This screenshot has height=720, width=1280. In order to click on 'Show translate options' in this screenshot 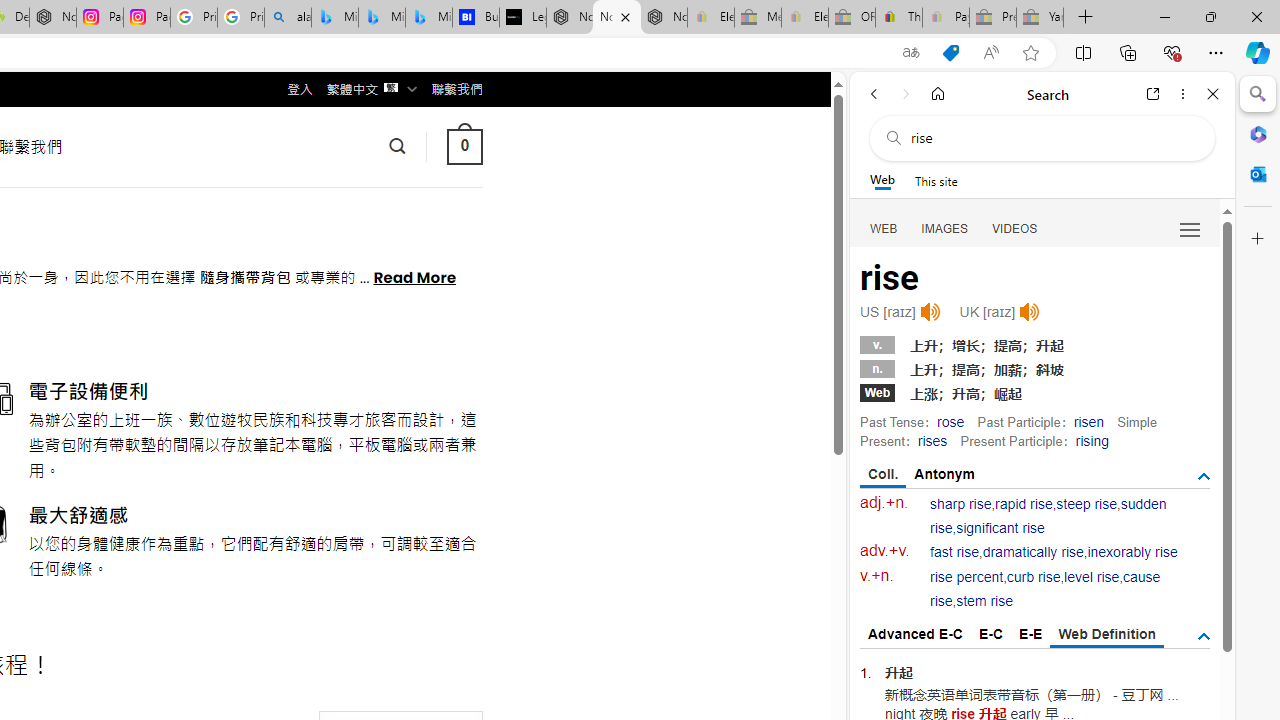, I will do `click(909, 52)`.